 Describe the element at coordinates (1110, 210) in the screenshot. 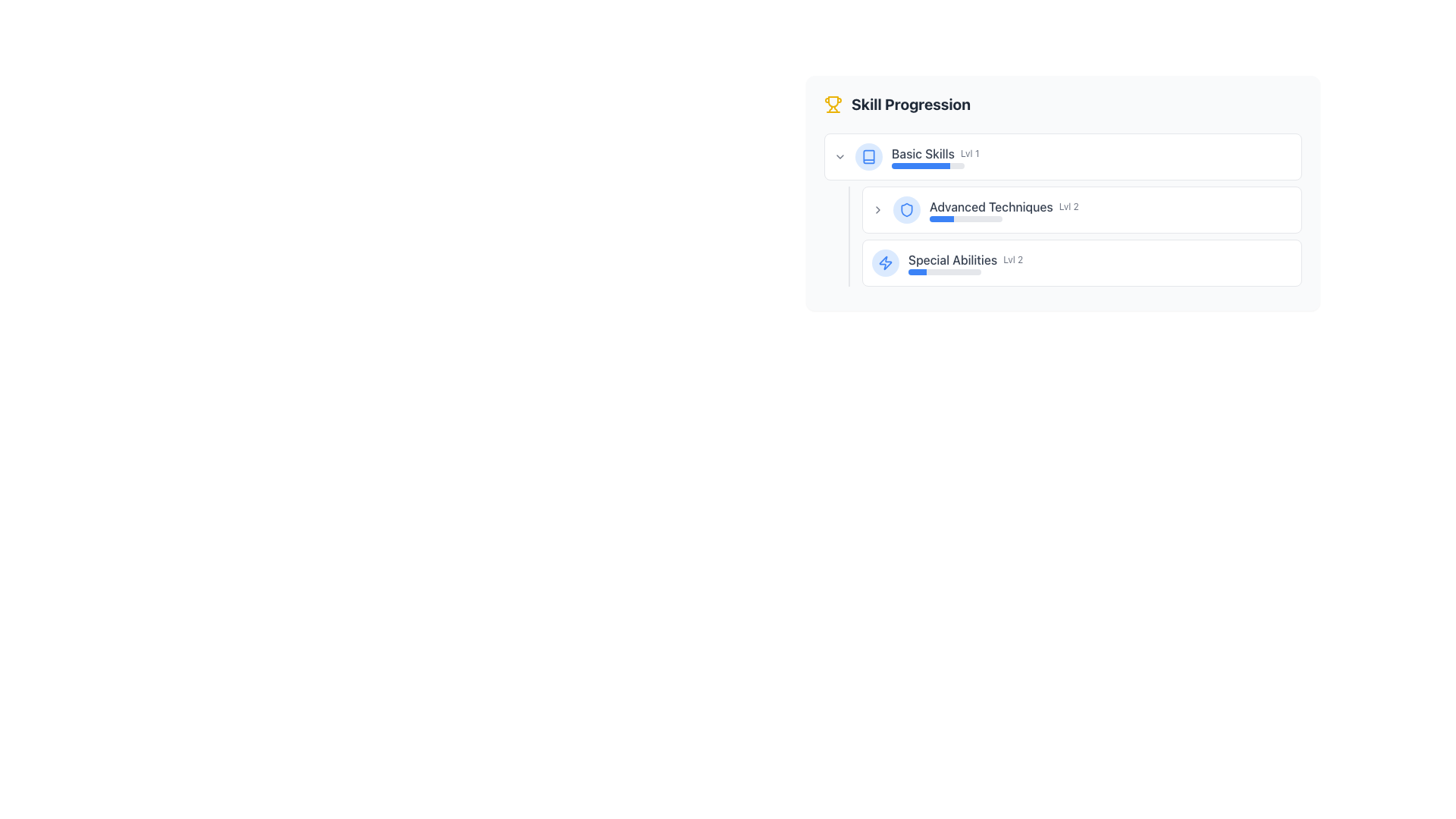

I see `the skill progression element labeled 'Advanced Techniques' at level 'Lvl 2'` at that location.